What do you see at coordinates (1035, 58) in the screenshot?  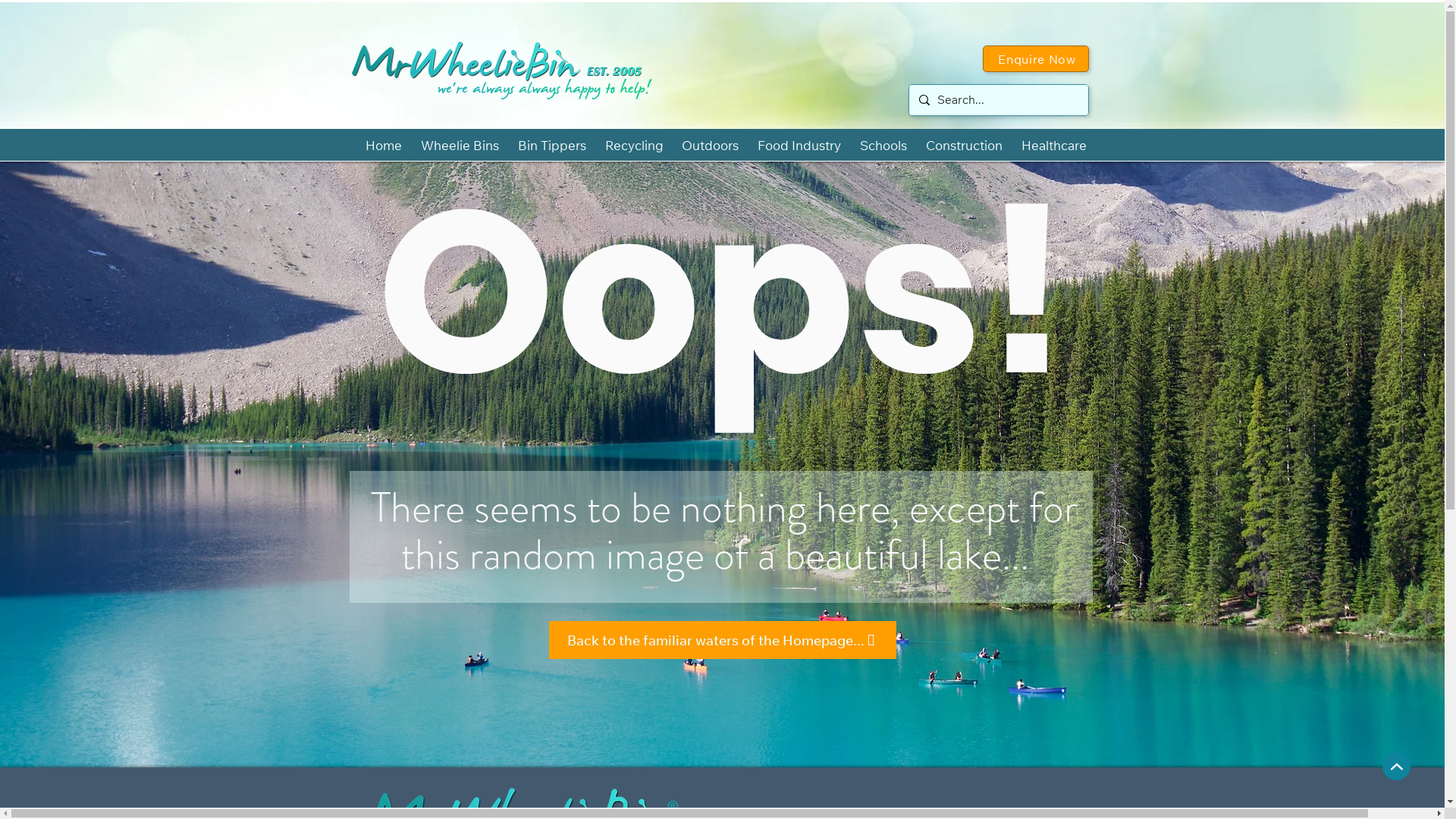 I see `'Enquire Now'` at bounding box center [1035, 58].